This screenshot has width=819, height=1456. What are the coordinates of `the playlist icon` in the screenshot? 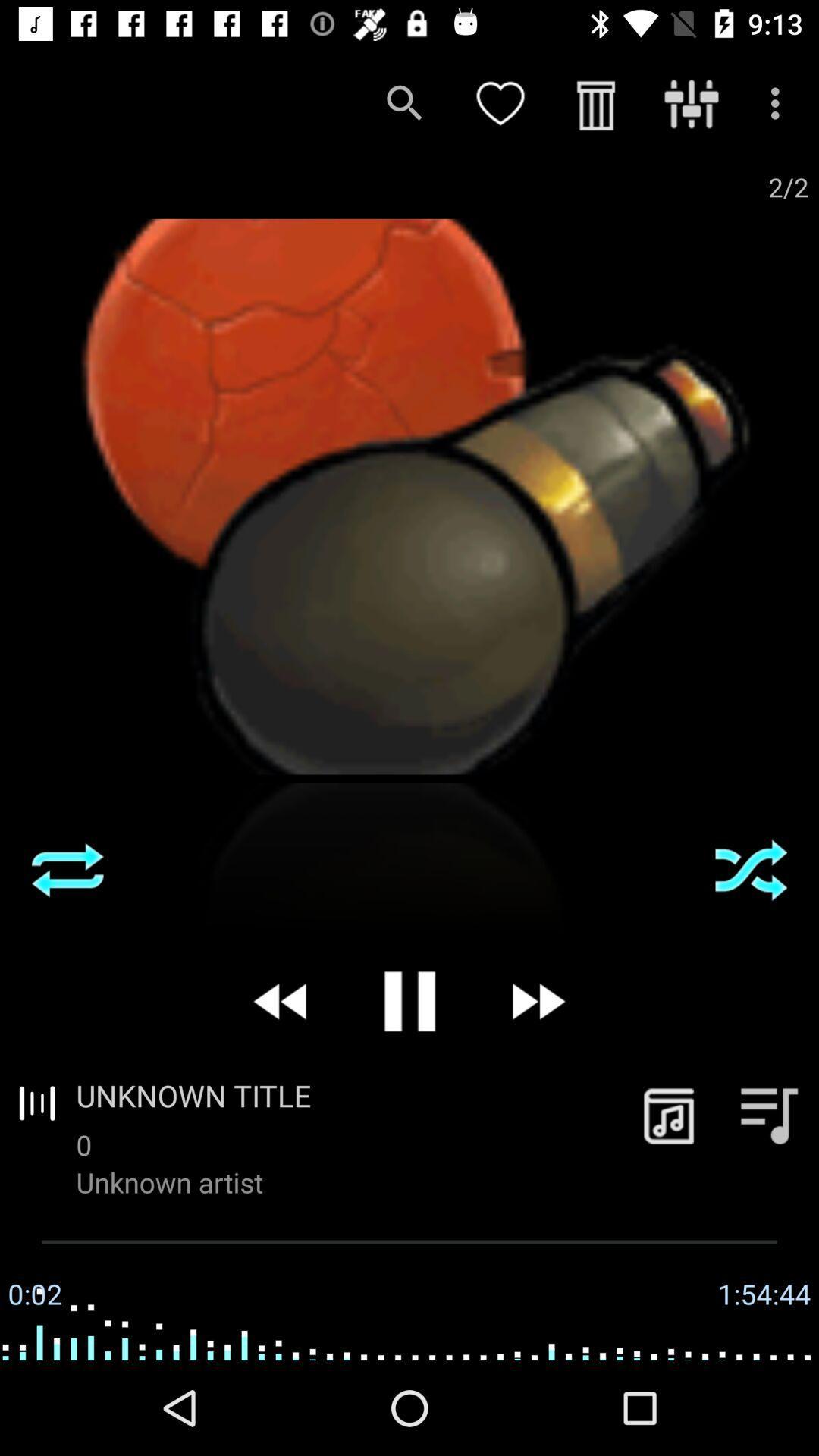 It's located at (769, 1115).